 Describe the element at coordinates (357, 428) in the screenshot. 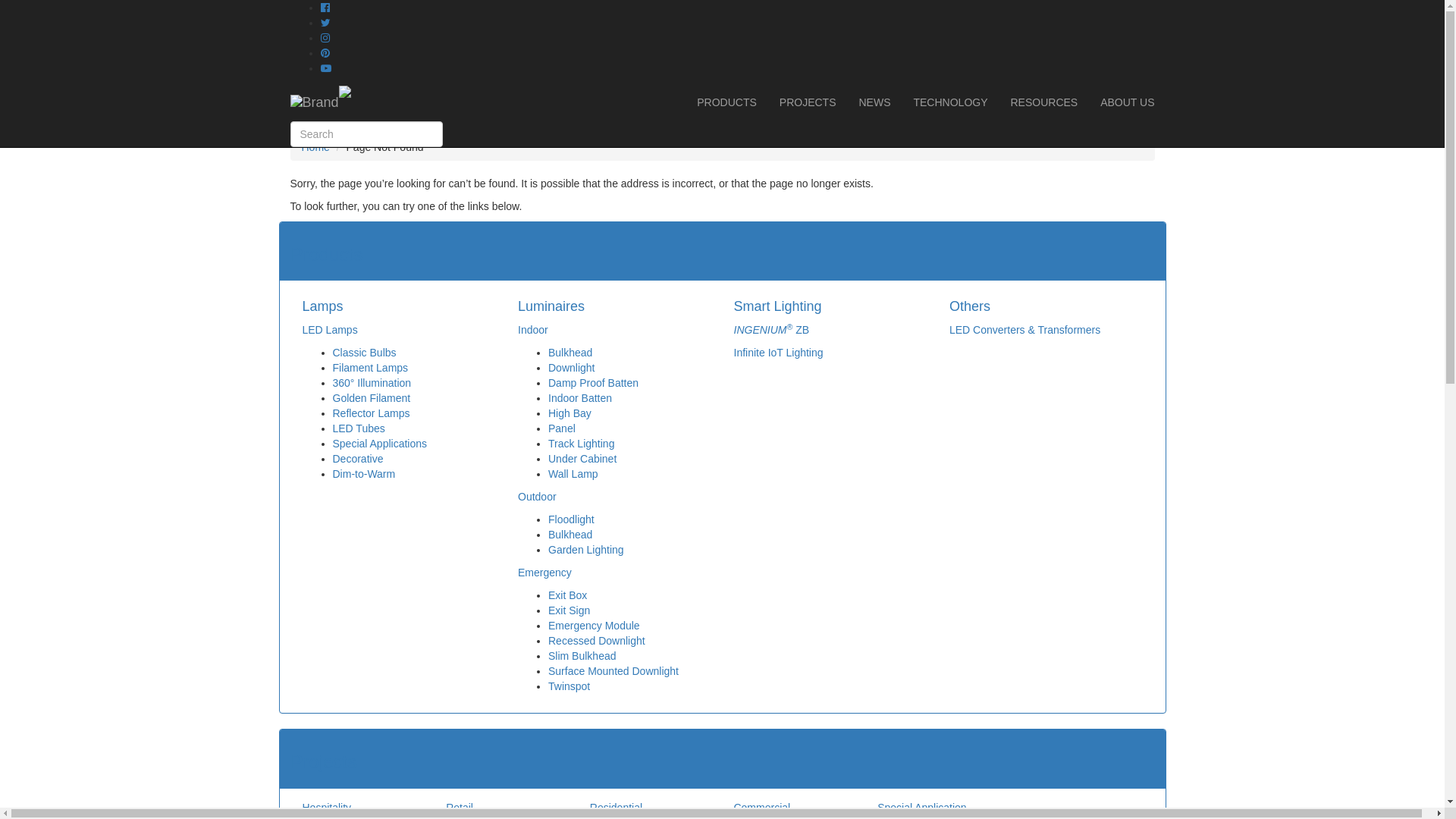

I see `'LED Tubes'` at that location.